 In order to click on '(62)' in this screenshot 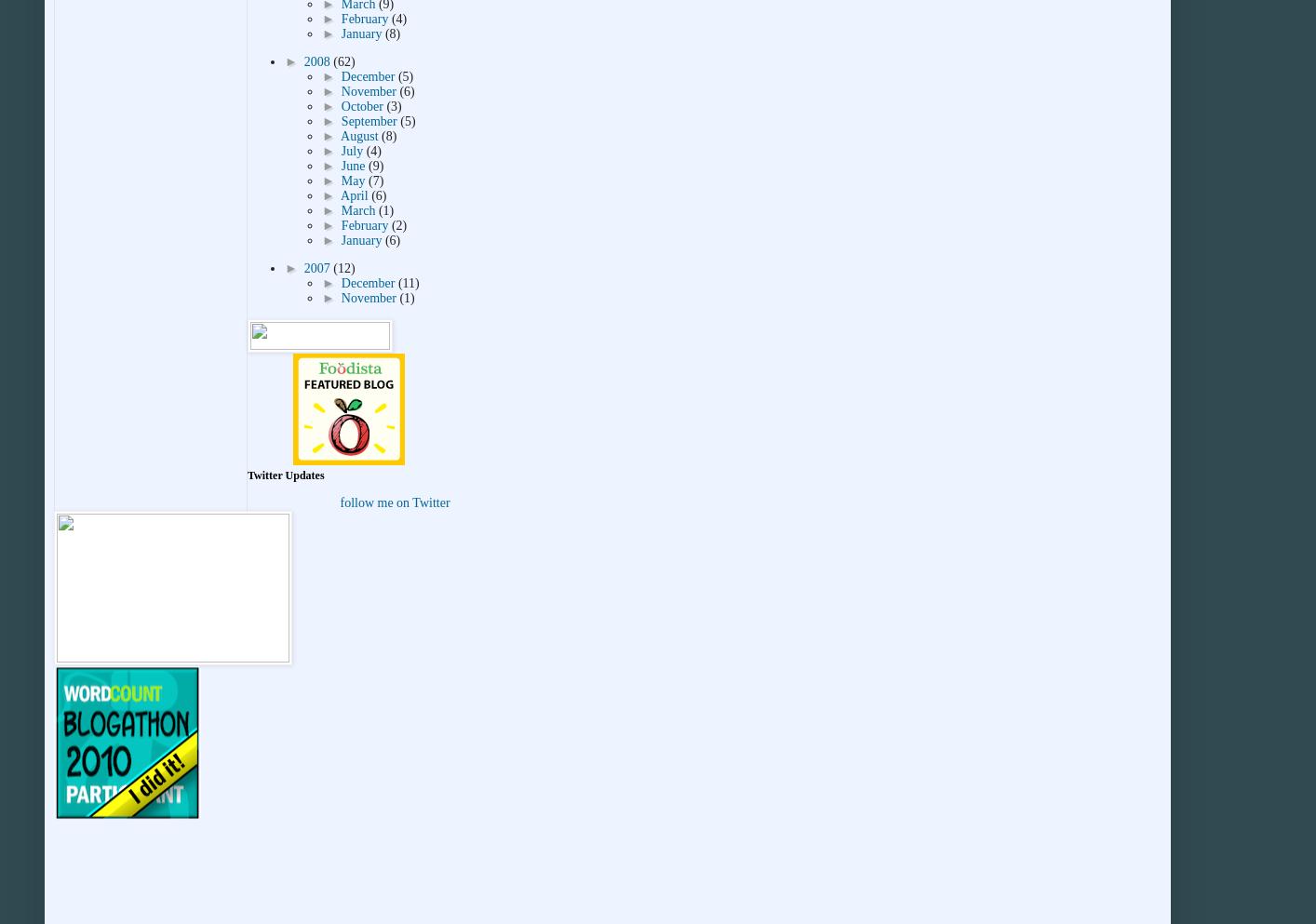, I will do `click(343, 61)`.